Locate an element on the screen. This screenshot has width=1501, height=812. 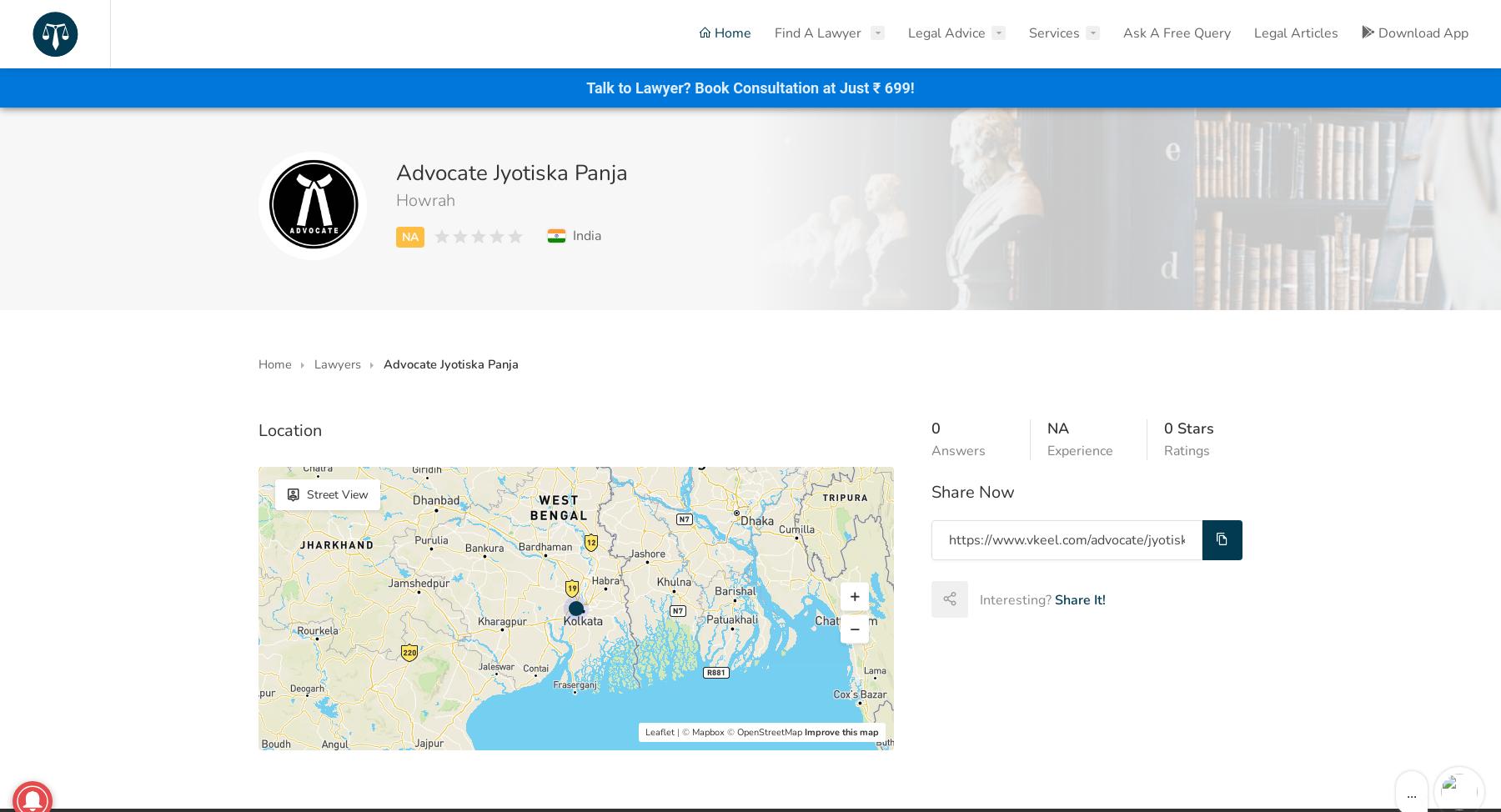
'Book Consultation at Just ₹ 699!' is located at coordinates (695, 87).